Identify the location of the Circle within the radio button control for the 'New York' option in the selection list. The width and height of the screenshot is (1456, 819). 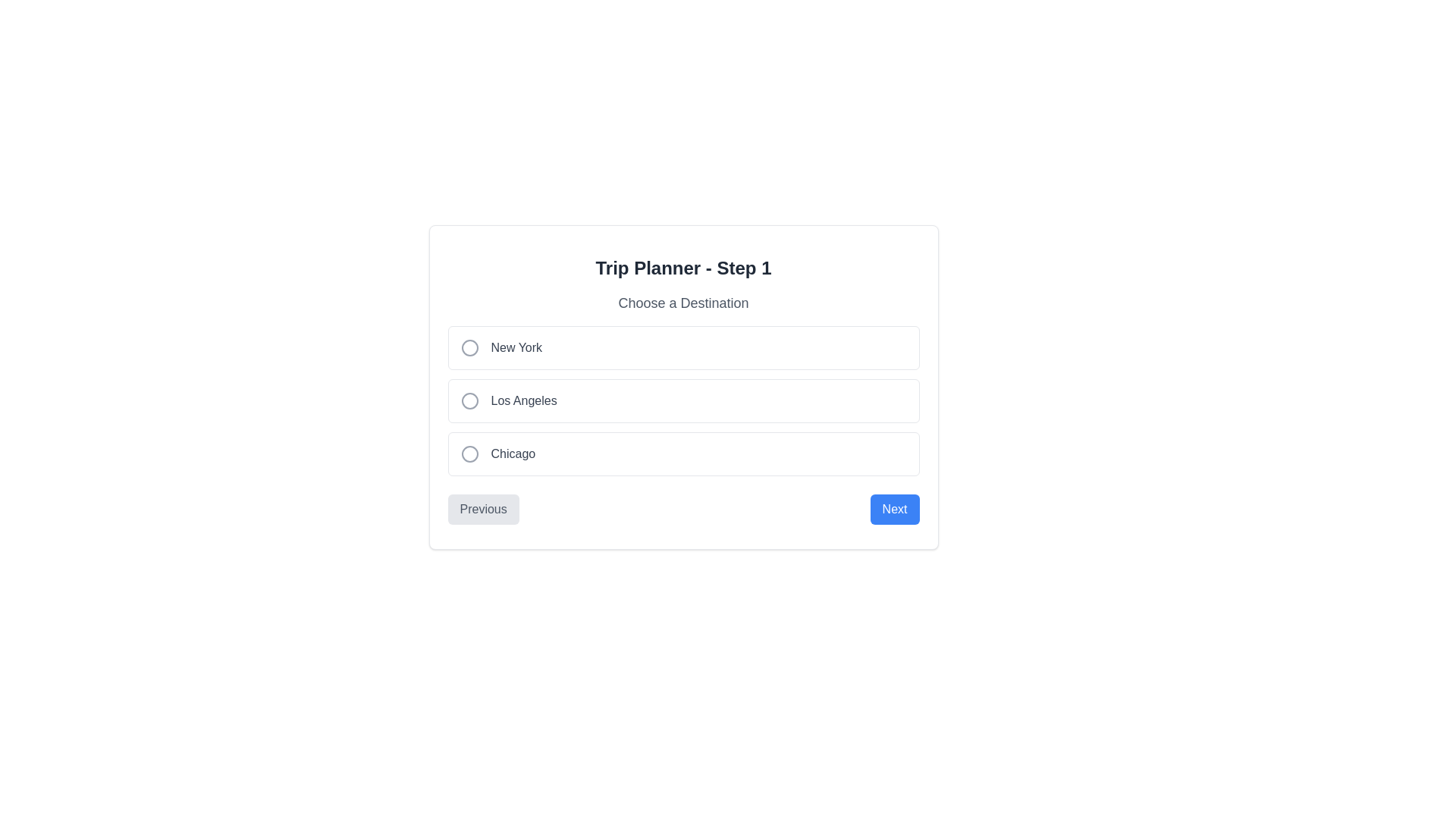
(469, 348).